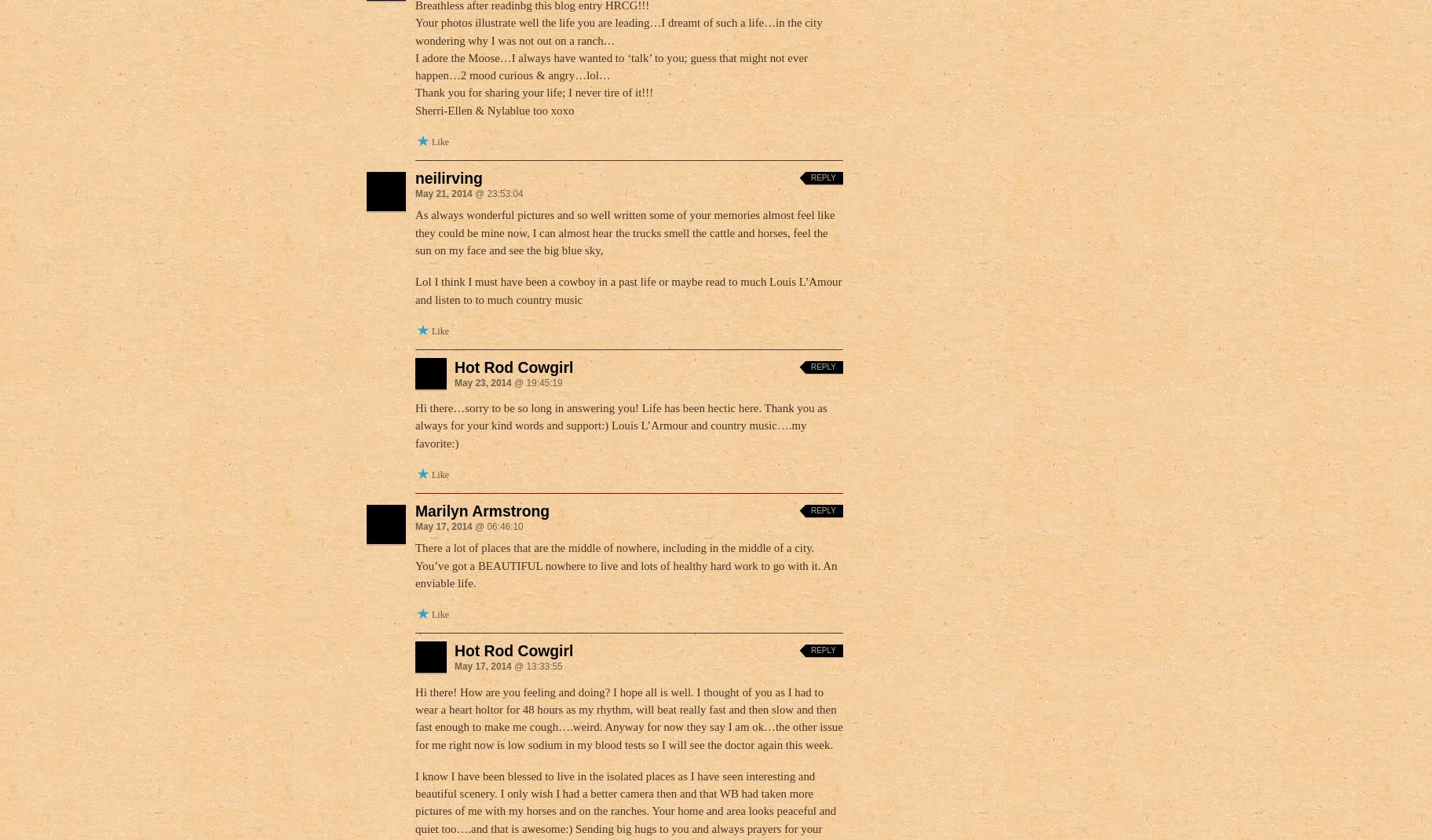 The height and width of the screenshot is (840, 1432). What do you see at coordinates (482, 382) in the screenshot?
I see `'May 23, 2014'` at bounding box center [482, 382].